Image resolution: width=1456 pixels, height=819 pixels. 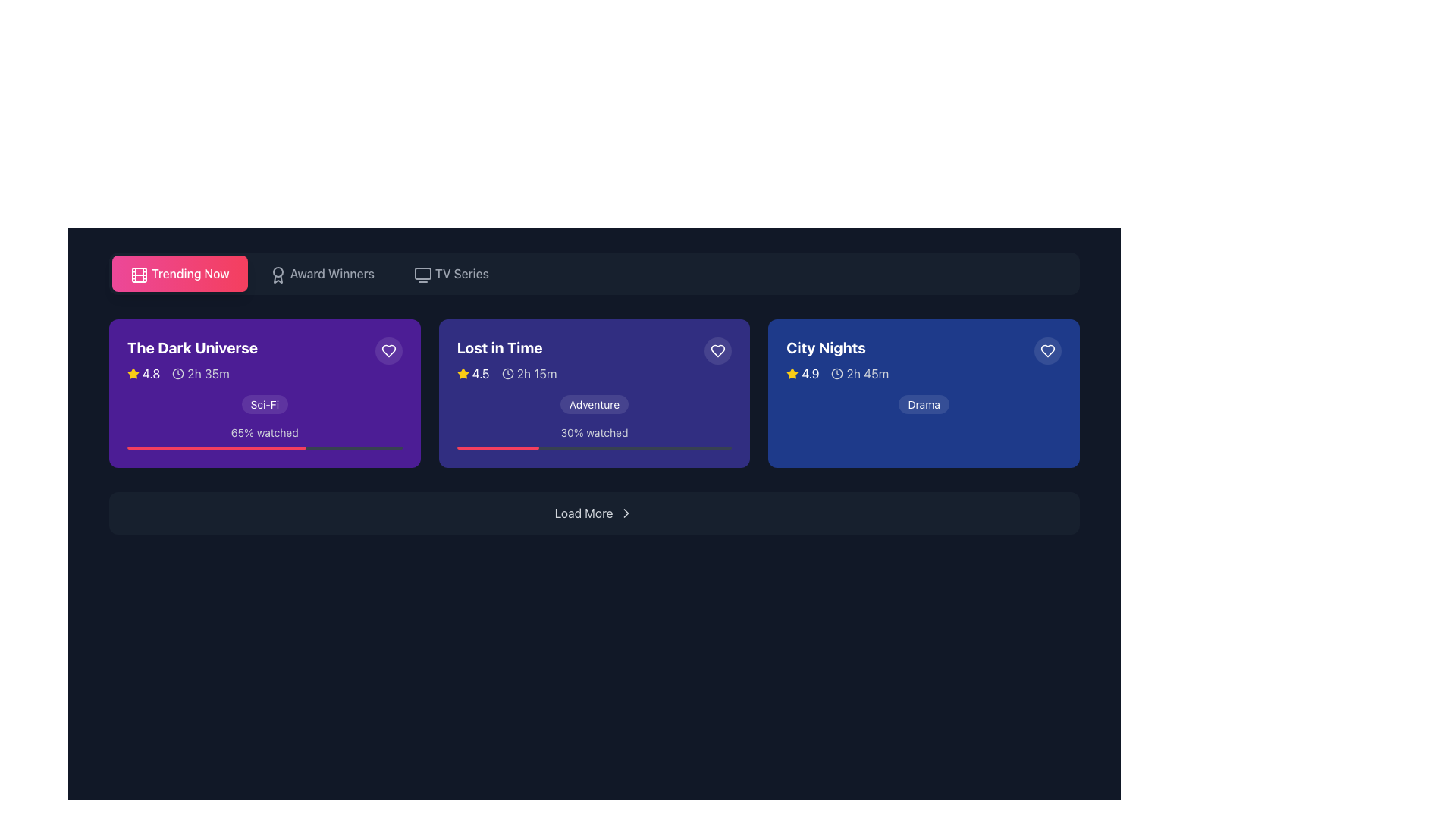 What do you see at coordinates (192, 348) in the screenshot?
I see `the Text Label that serves as the title of the movie card, positioned at the top-left corner of the purple card` at bounding box center [192, 348].